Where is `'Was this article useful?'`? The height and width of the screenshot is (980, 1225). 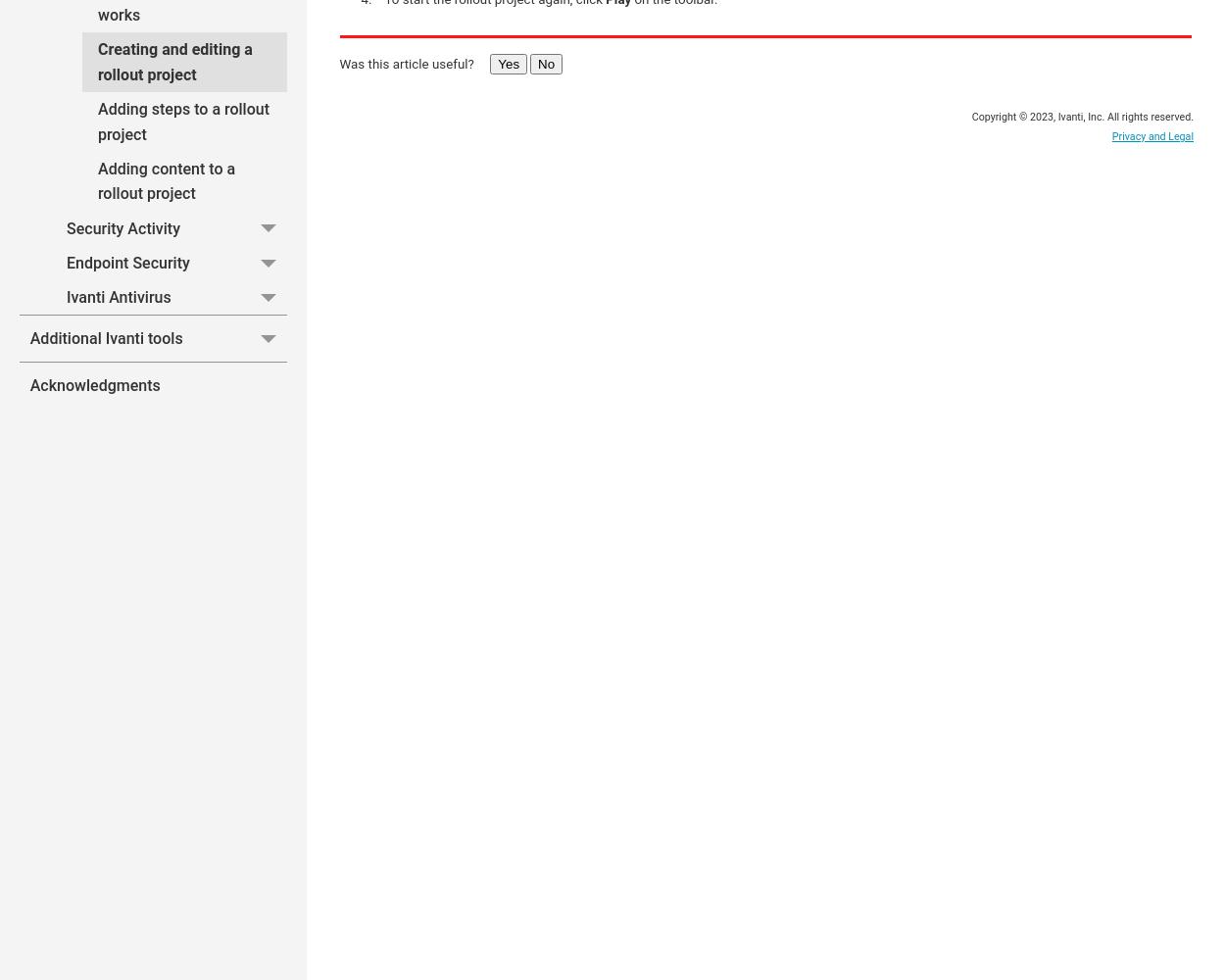
'Was this article useful?' is located at coordinates (338, 63).